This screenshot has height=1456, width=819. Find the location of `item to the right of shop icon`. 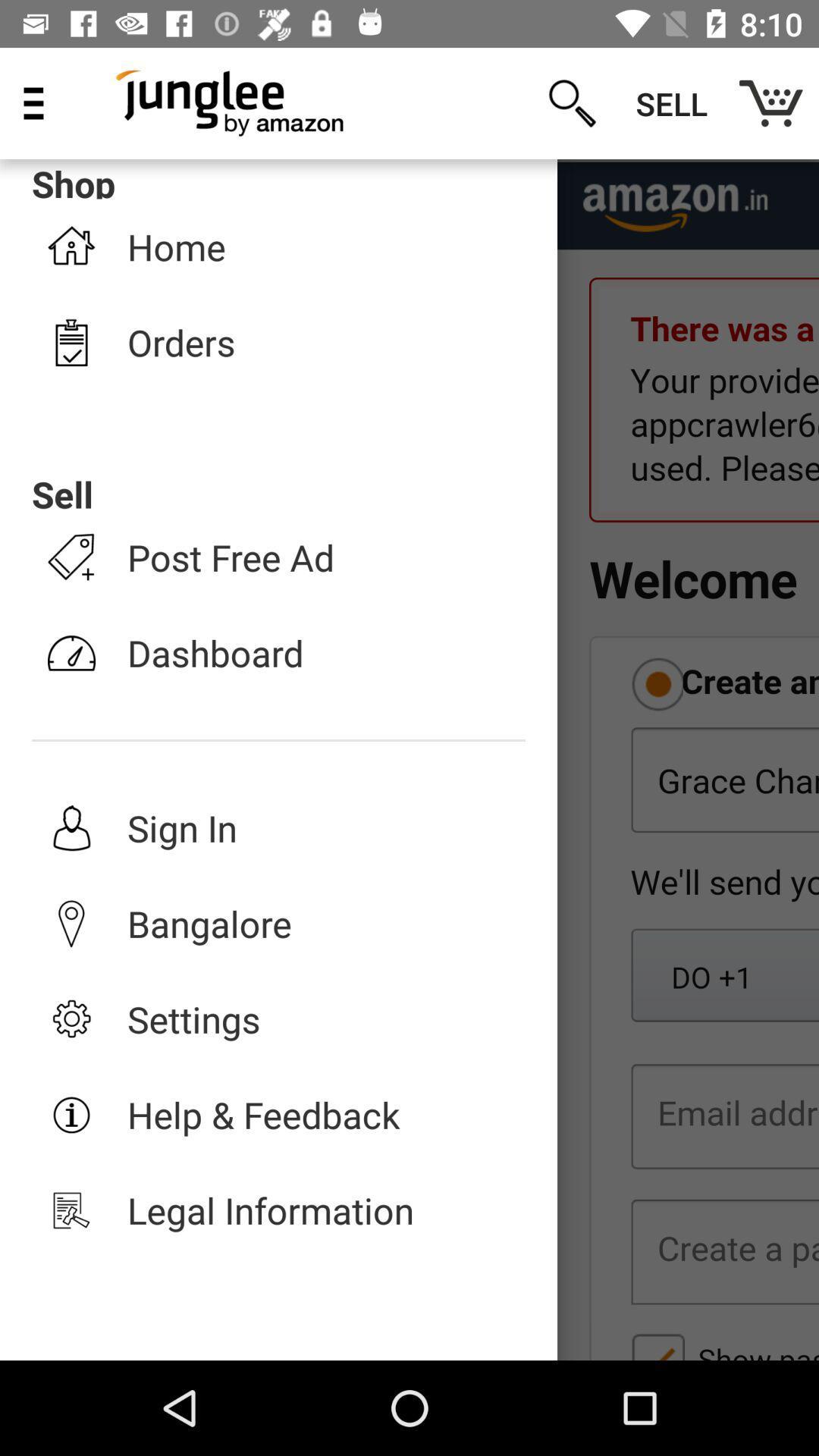

item to the right of shop icon is located at coordinates (572, 102).